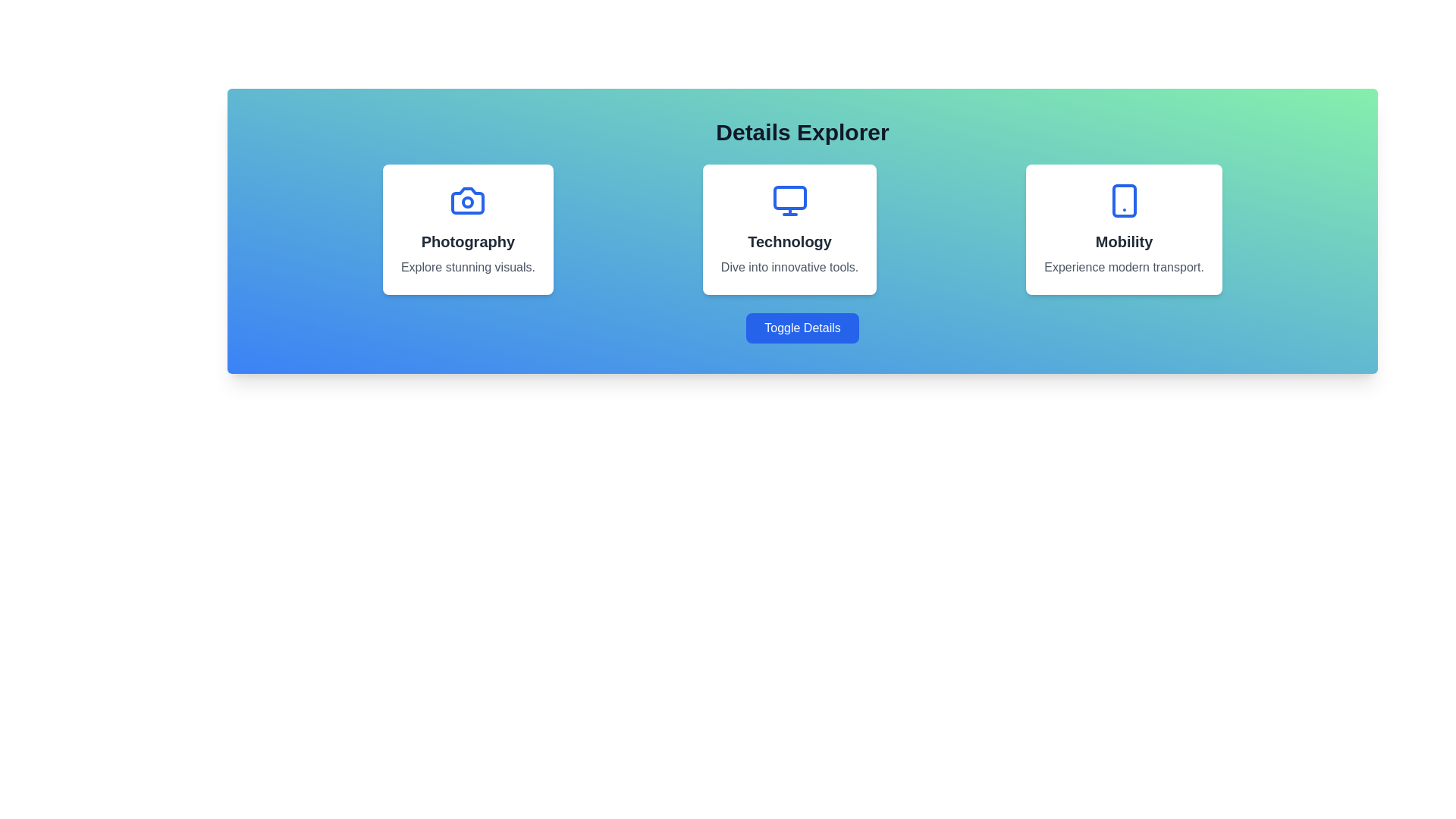 This screenshot has width=1456, height=819. Describe the element at coordinates (789, 200) in the screenshot. I see `the blue monitor icon located at the top center of the 'Technology' card in the 'Details Explorer' section` at that location.